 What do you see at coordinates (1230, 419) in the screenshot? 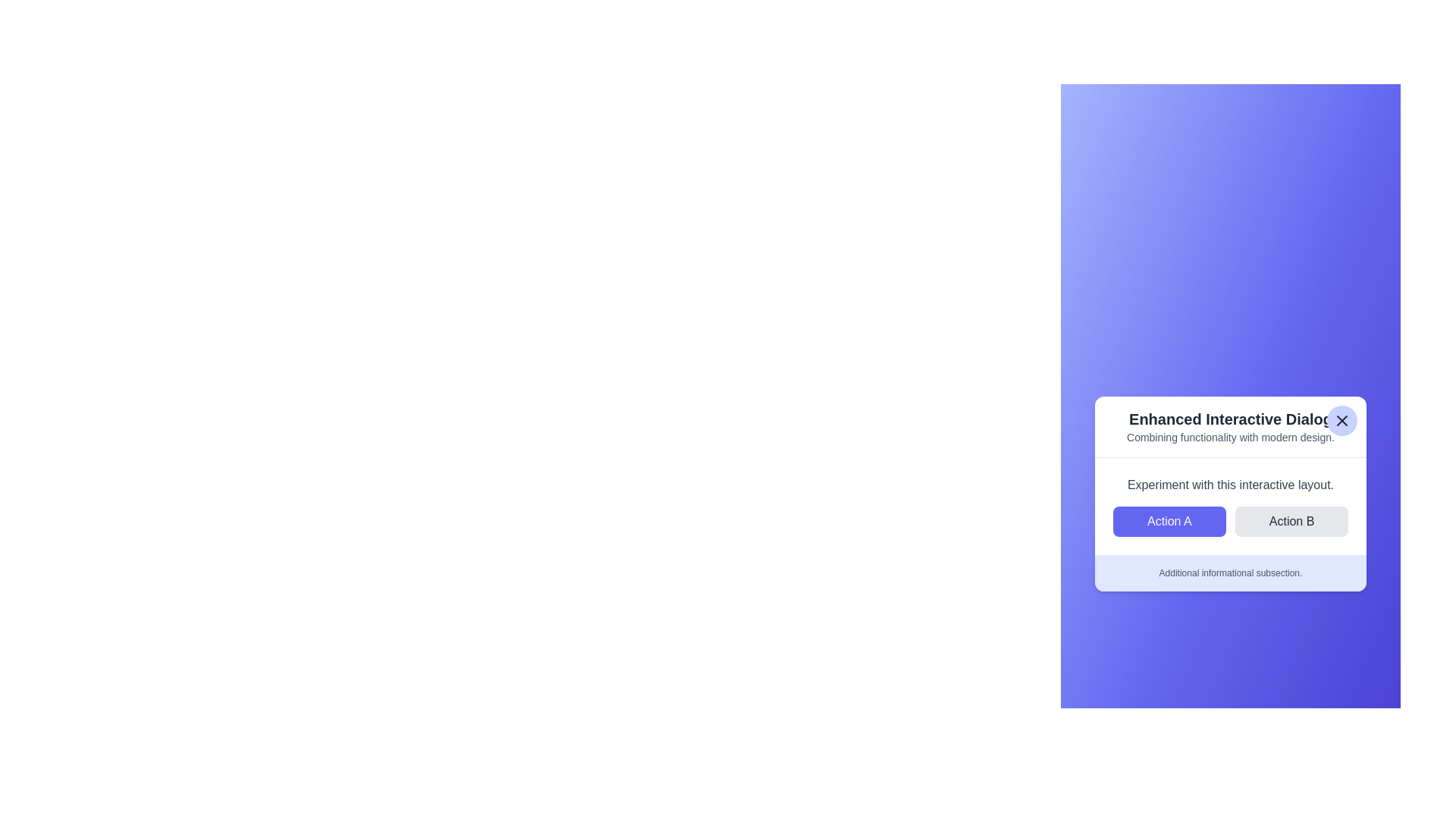
I see `title text of the dialog box, which is positioned at the top and horizontally centered above the subtitle 'Combining functionality with modern design.'` at bounding box center [1230, 419].